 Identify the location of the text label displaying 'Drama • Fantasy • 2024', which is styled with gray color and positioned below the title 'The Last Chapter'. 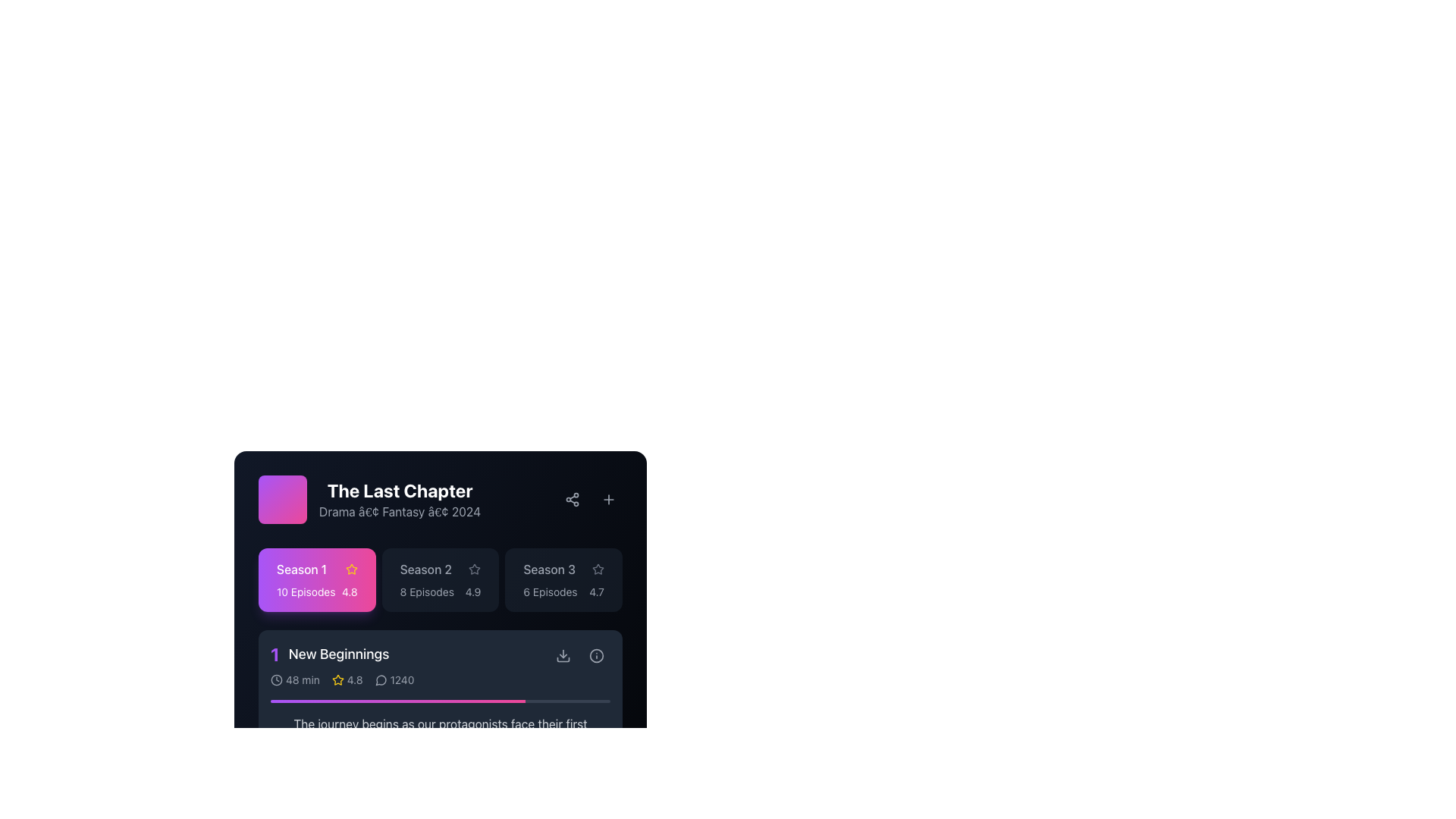
(400, 512).